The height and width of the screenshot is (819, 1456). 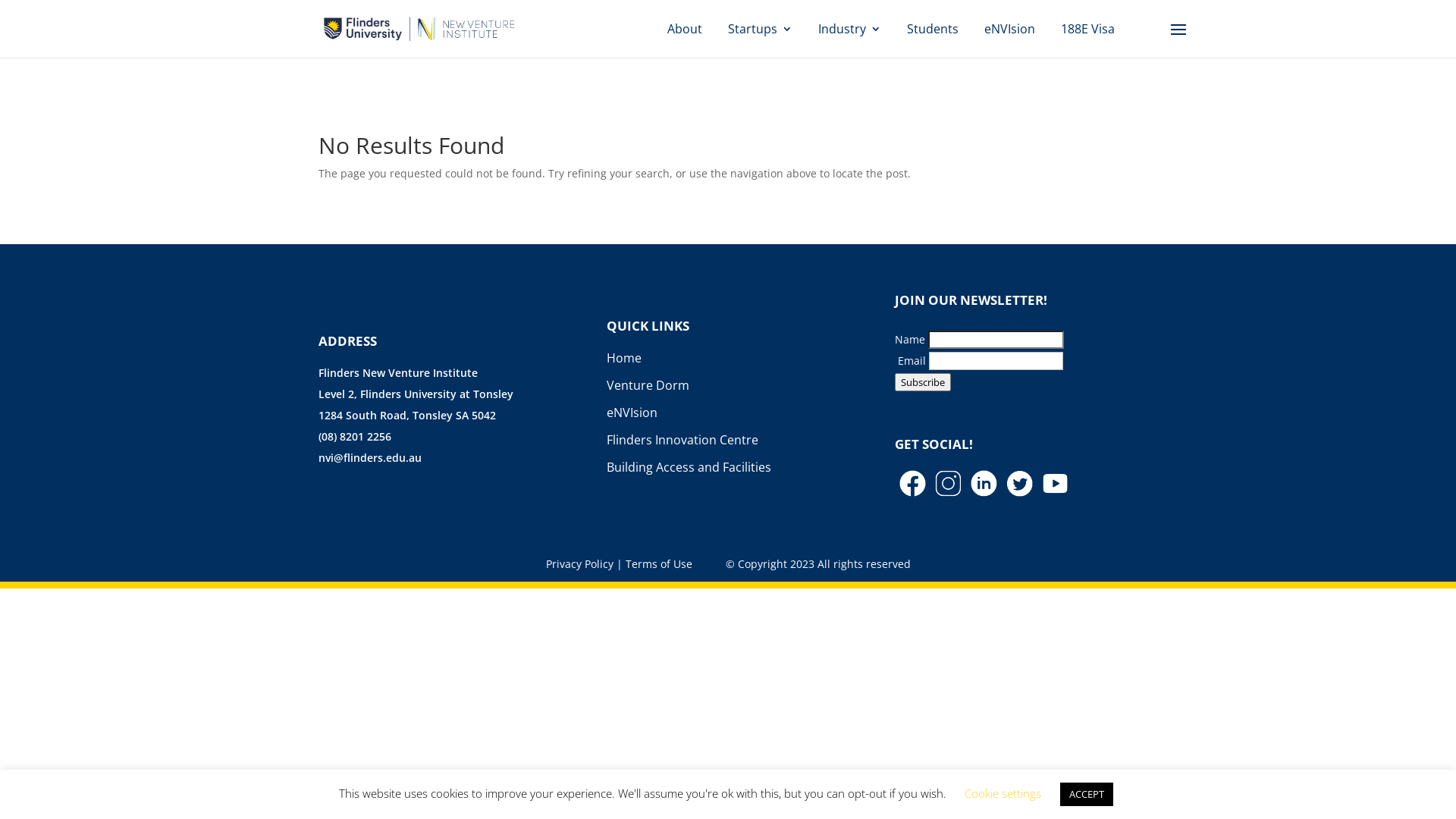 What do you see at coordinates (947, 483) in the screenshot?
I see `'Instagram'` at bounding box center [947, 483].